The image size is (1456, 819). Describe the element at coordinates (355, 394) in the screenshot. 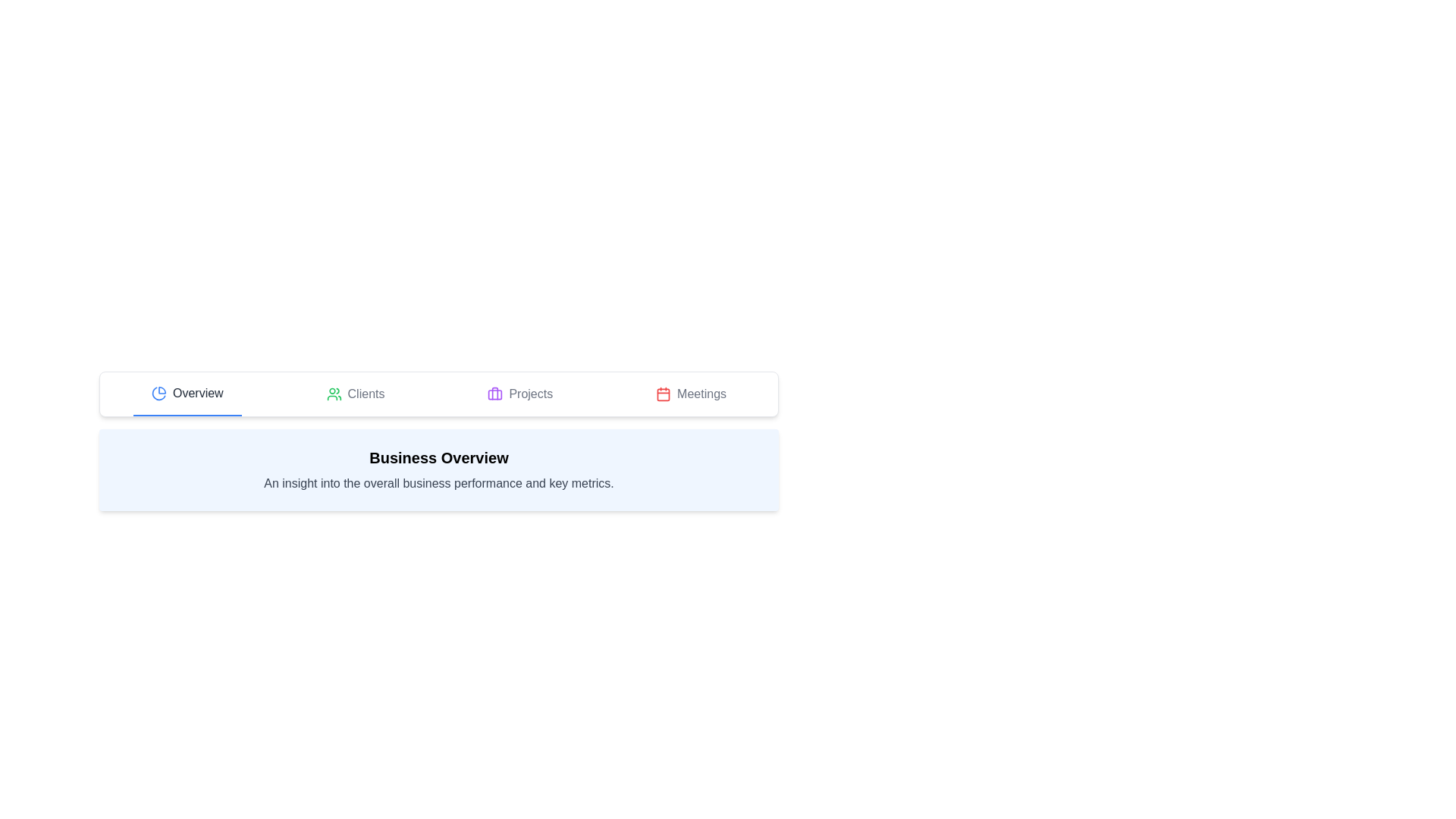

I see `the 'Clients' navigation tab button` at that location.